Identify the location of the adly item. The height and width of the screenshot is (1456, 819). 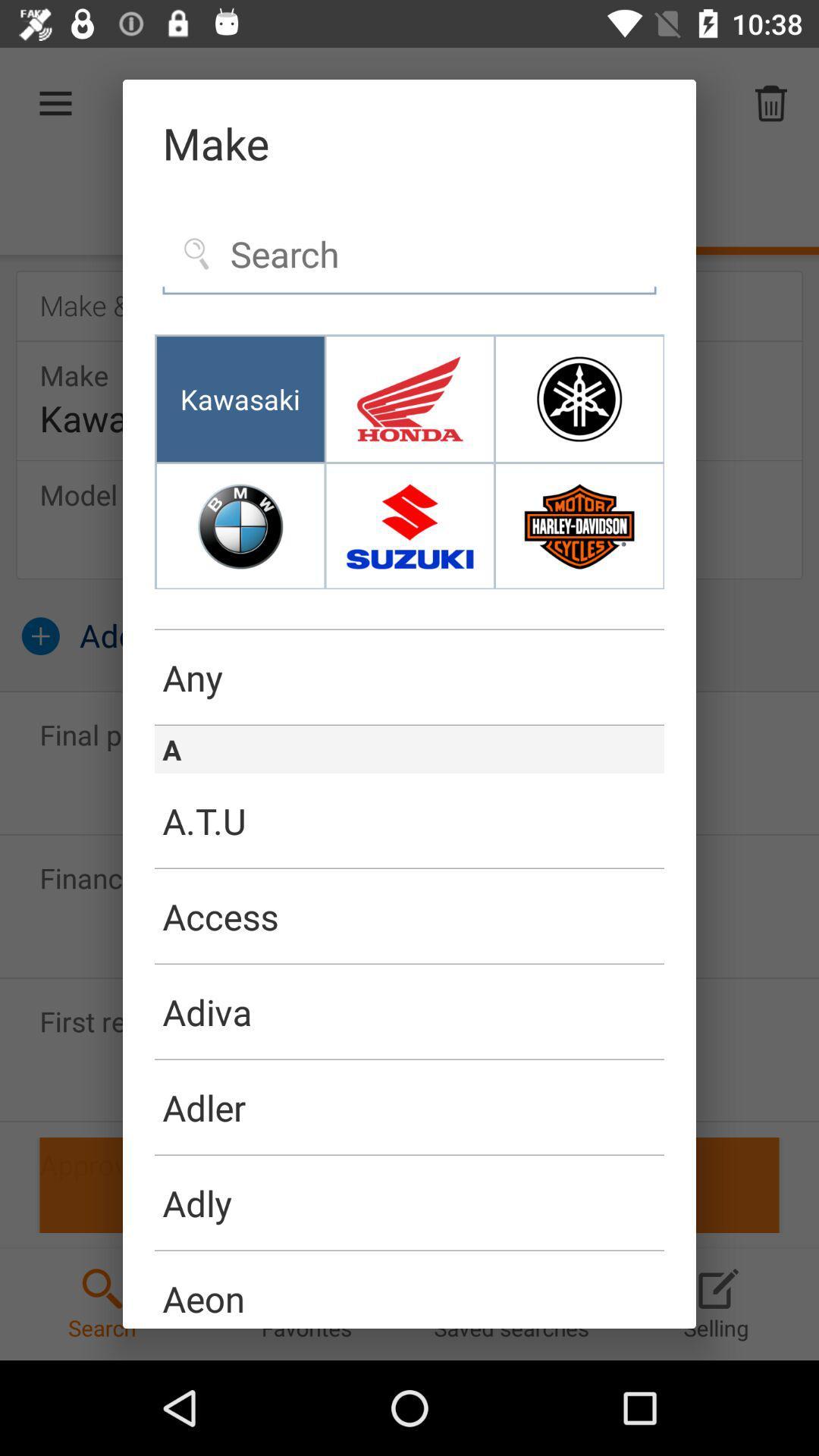
(409, 1203).